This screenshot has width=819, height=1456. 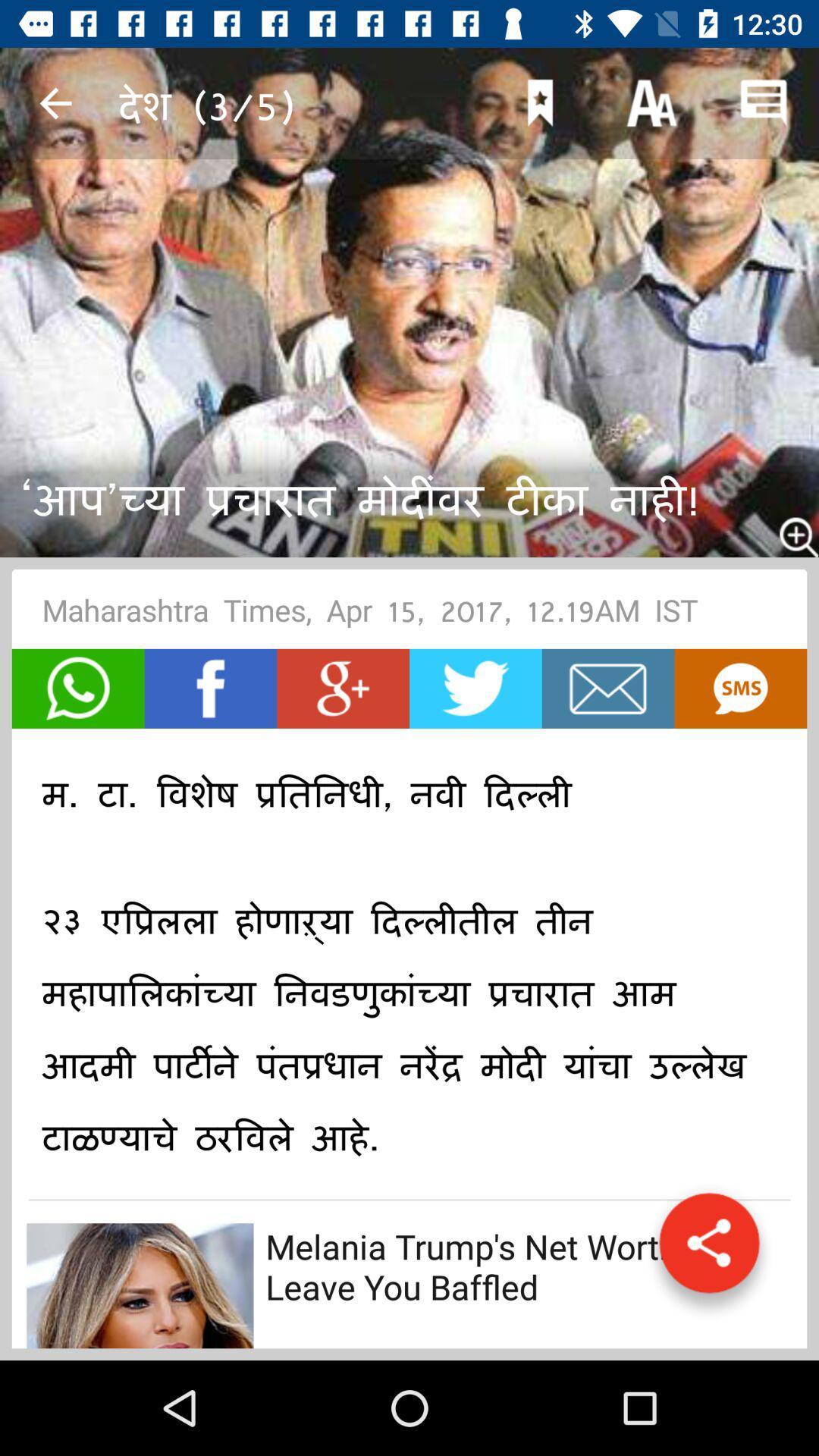 What do you see at coordinates (607, 688) in the screenshot?
I see `open mail` at bounding box center [607, 688].